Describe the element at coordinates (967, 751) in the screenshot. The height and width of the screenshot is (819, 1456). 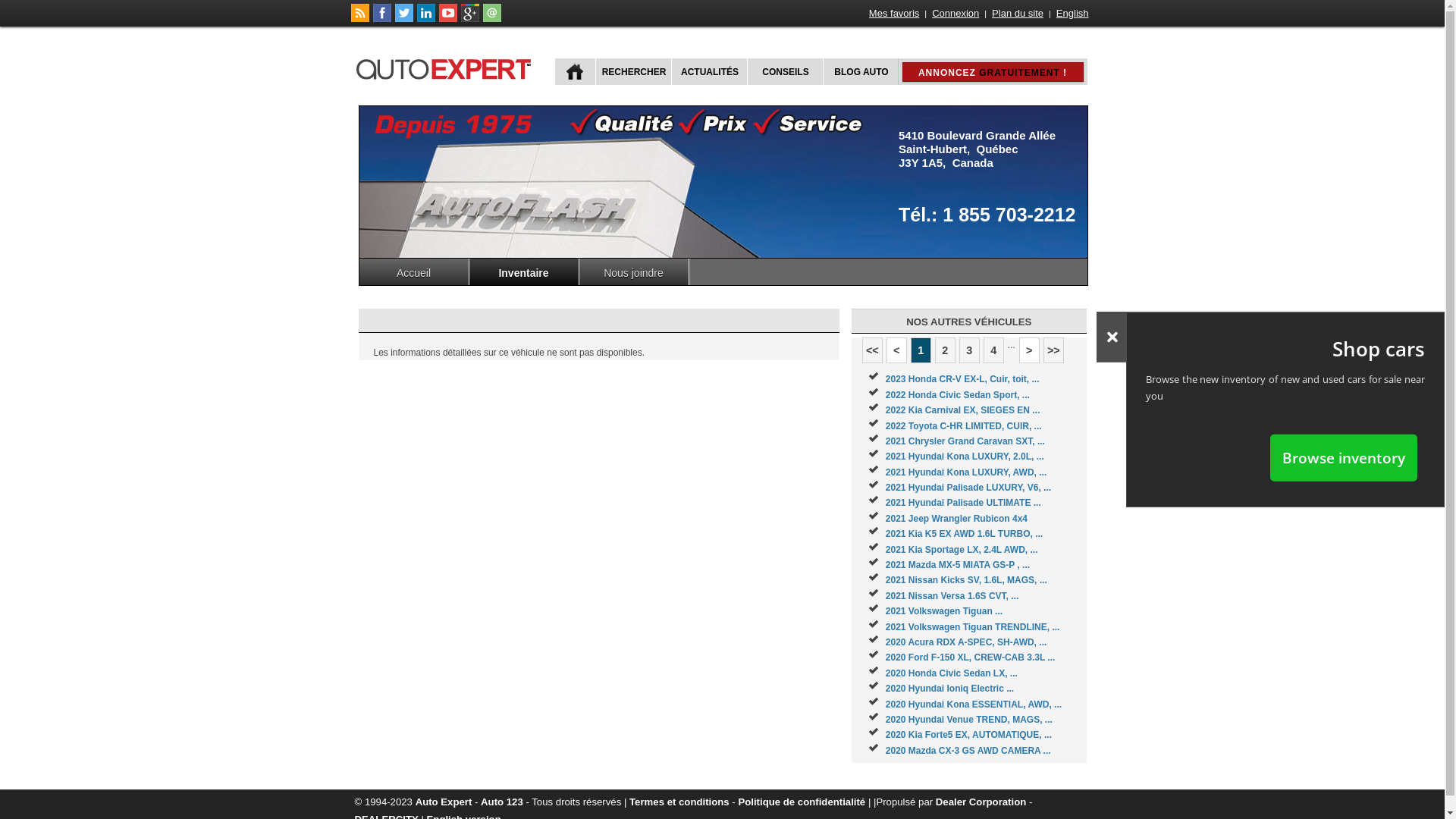
I see `'2020 Mazda CX-3 GS AWD CAMERA ...'` at that location.